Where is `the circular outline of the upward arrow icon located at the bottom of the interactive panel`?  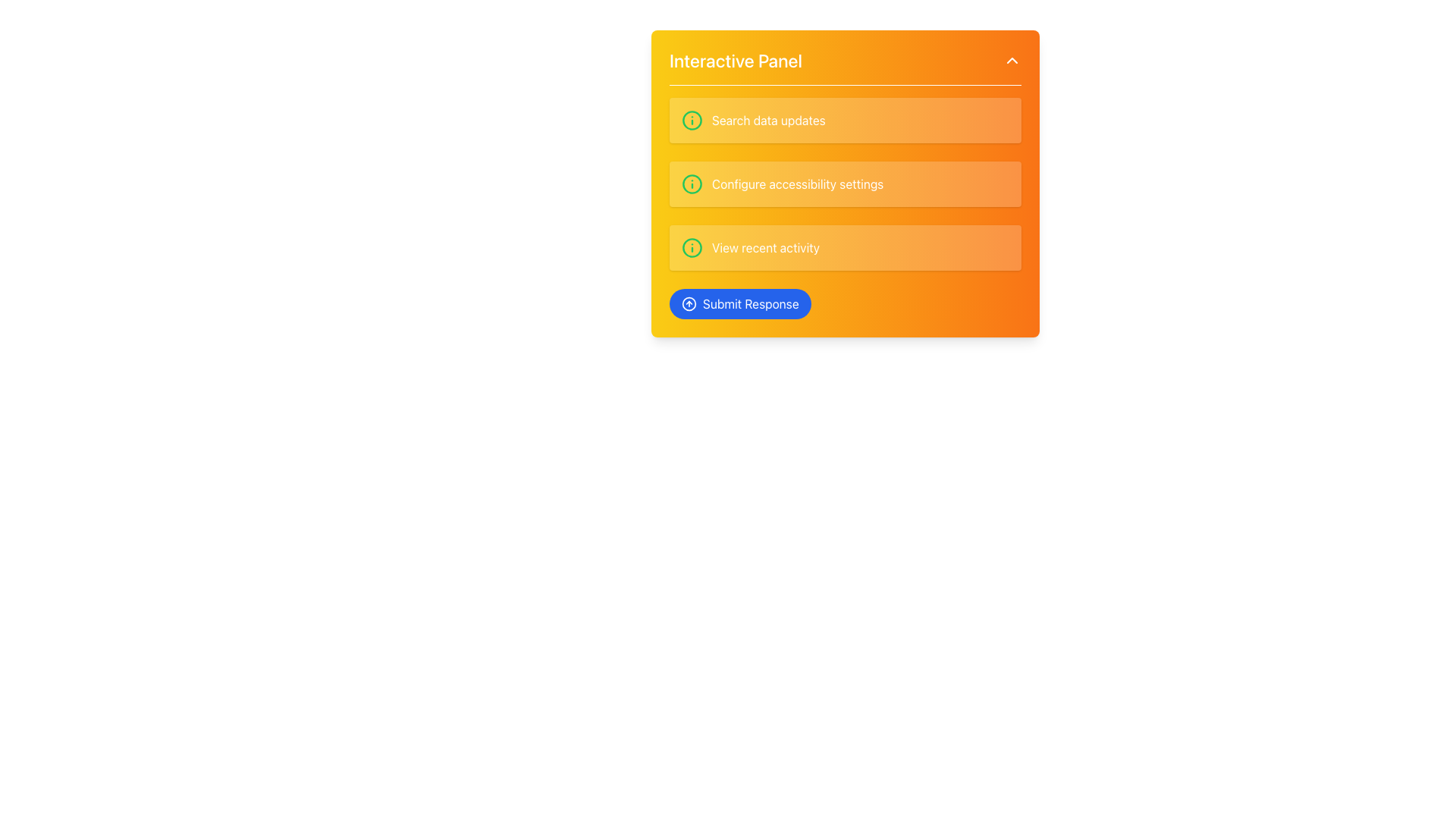
the circular outline of the upward arrow icon located at the bottom of the interactive panel is located at coordinates (688, 304).